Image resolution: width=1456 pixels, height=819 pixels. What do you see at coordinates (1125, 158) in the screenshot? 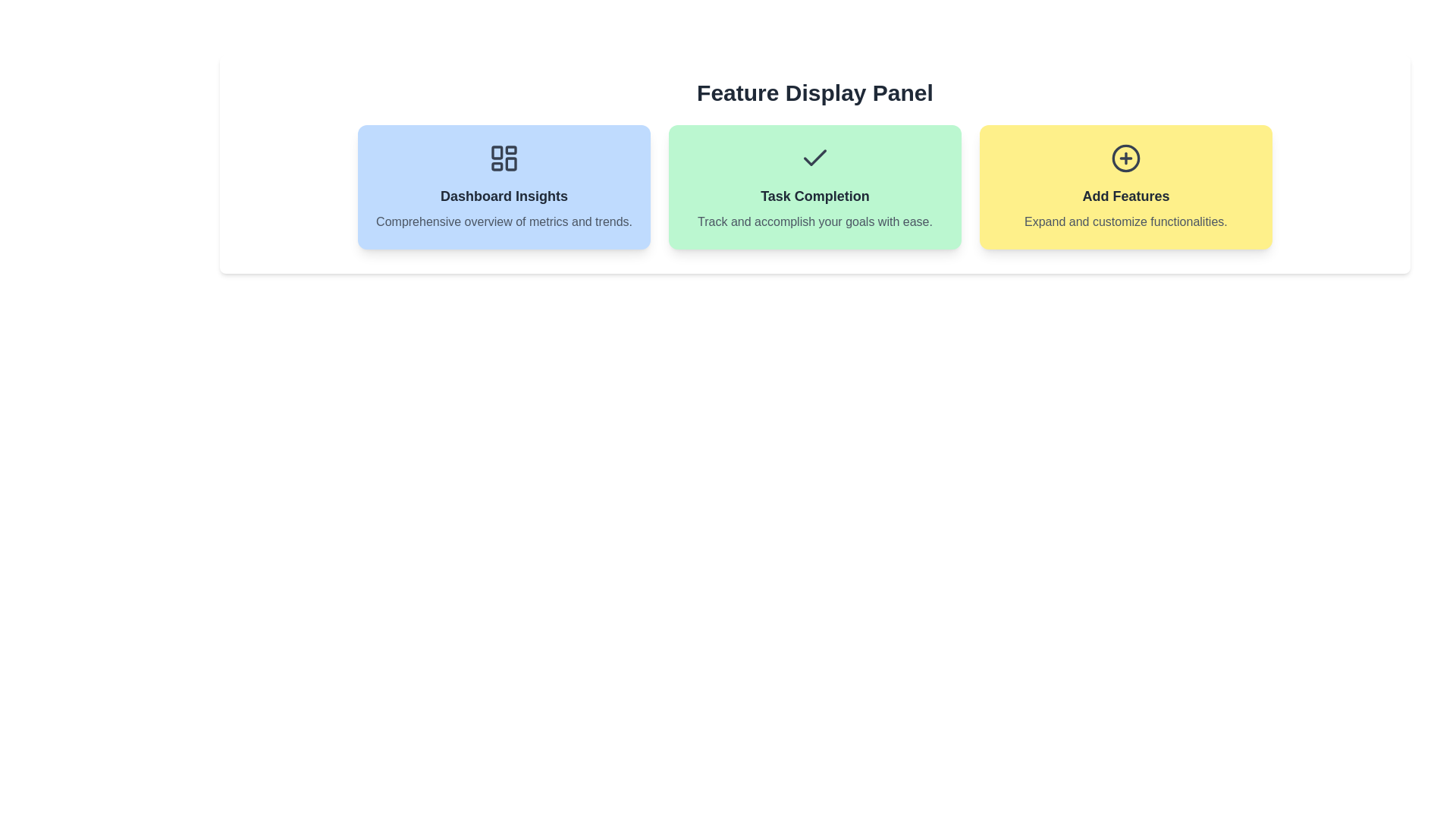
I see `the plus sign icon located at the top-center of the rightmost card with a light yellow background titled 'Add Features'` at bounding box center [1125, 158].